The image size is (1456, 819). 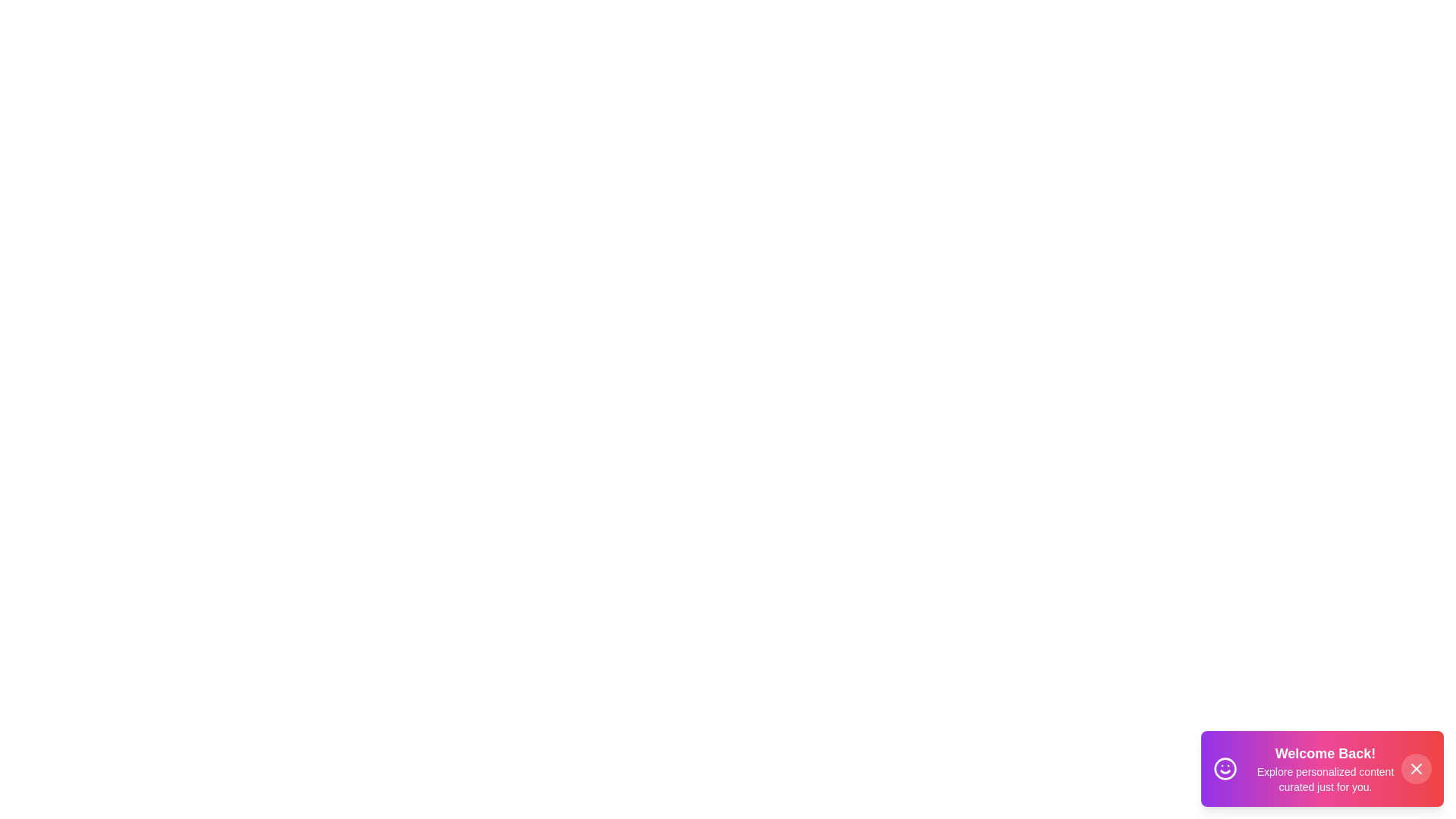 What do you see at coordinates (1225, 769) in the screenshot?
I see `the smile icon to trigger feedback` at bounding box center [1225, 769].